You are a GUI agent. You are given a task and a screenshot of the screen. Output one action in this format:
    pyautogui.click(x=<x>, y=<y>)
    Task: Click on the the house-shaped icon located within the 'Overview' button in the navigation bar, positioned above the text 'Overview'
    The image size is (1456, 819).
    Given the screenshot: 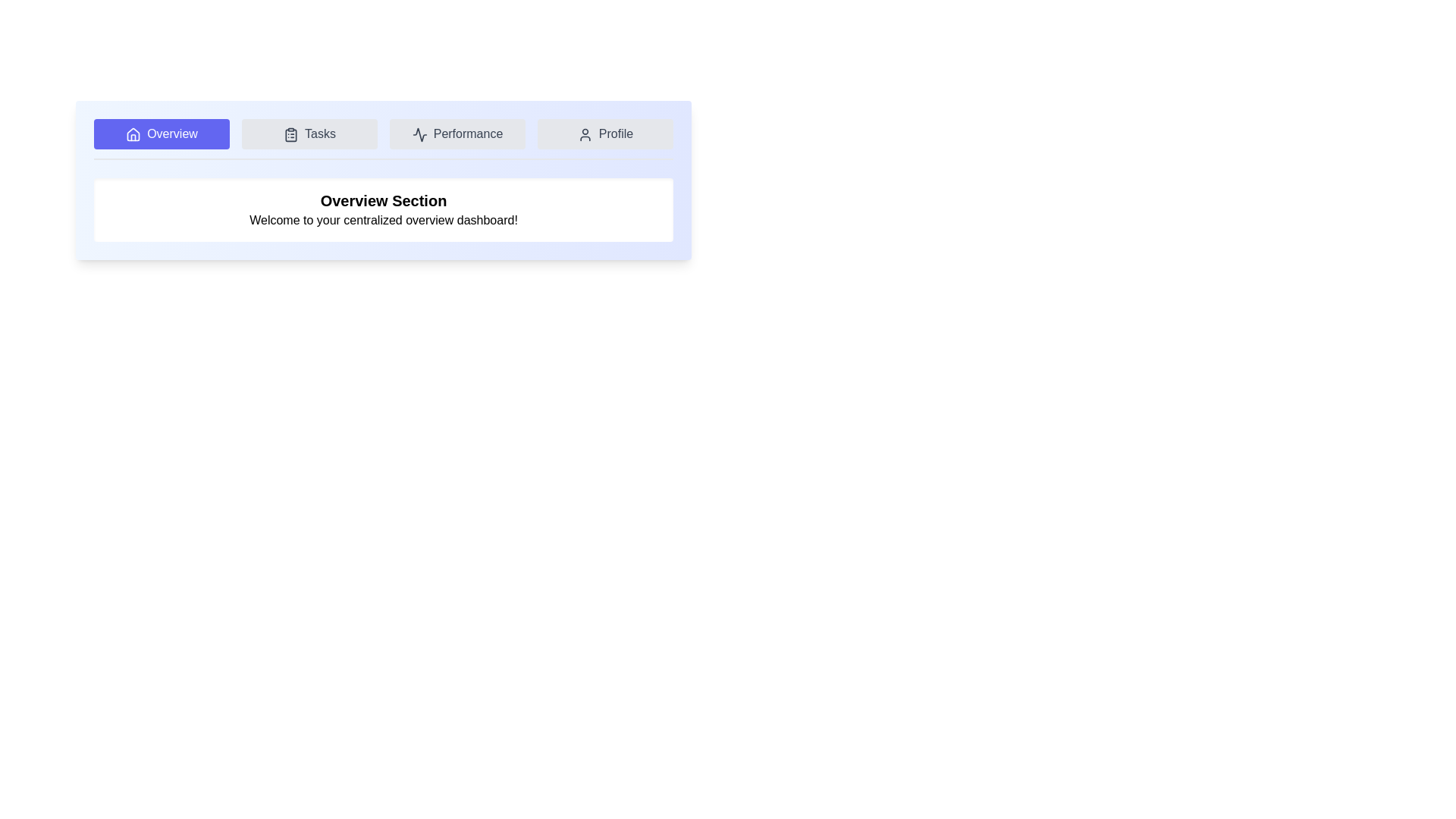 What is the action you would take?
    pyautogui.click(x=133, y=133)
    